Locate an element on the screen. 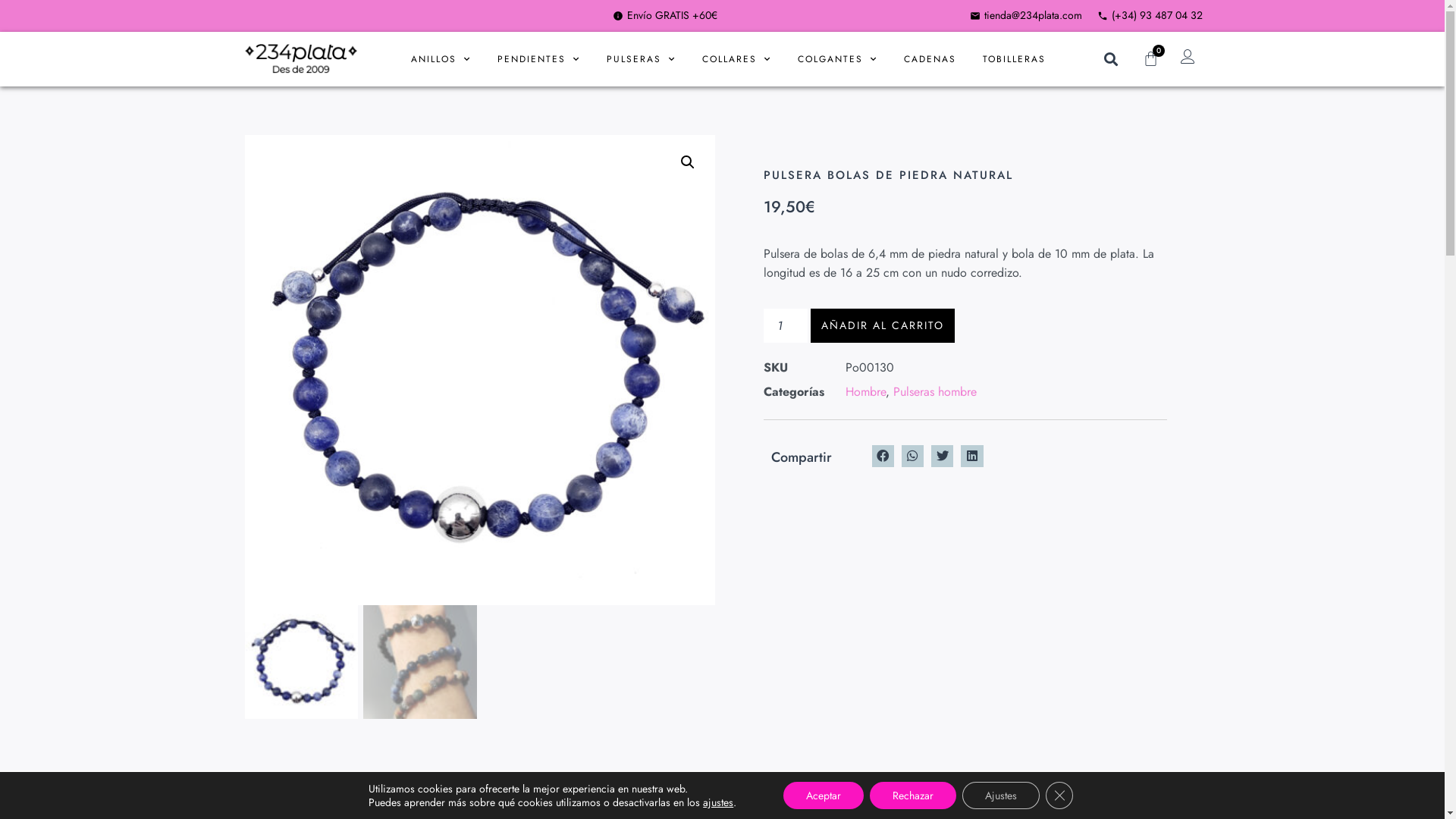  'LOGO 234 PLATA NEGRE 3' is located at coordinates (243, 58).